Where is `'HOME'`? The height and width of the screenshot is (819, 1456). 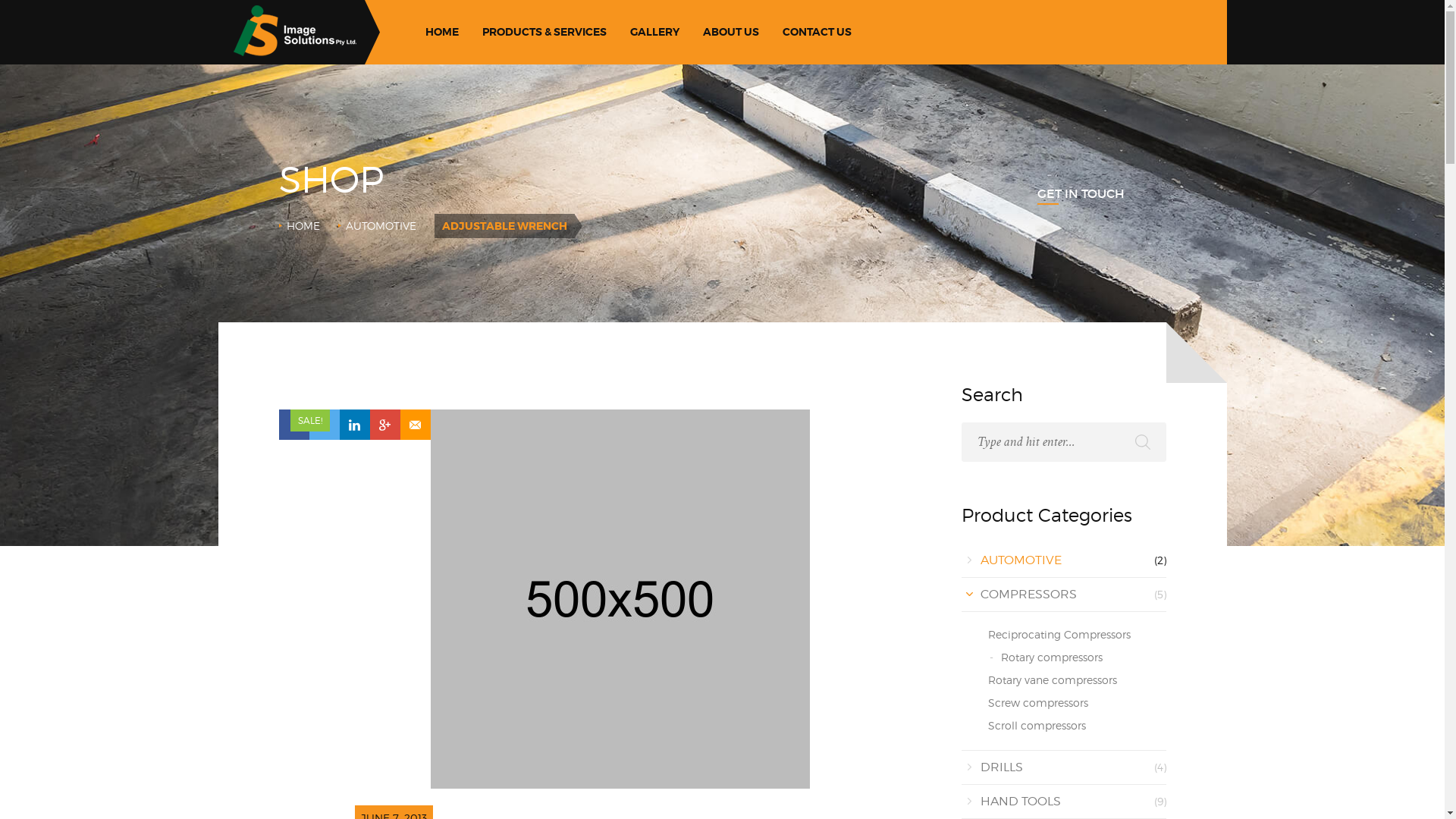 'HOME' is located at coordinates (303, 225).